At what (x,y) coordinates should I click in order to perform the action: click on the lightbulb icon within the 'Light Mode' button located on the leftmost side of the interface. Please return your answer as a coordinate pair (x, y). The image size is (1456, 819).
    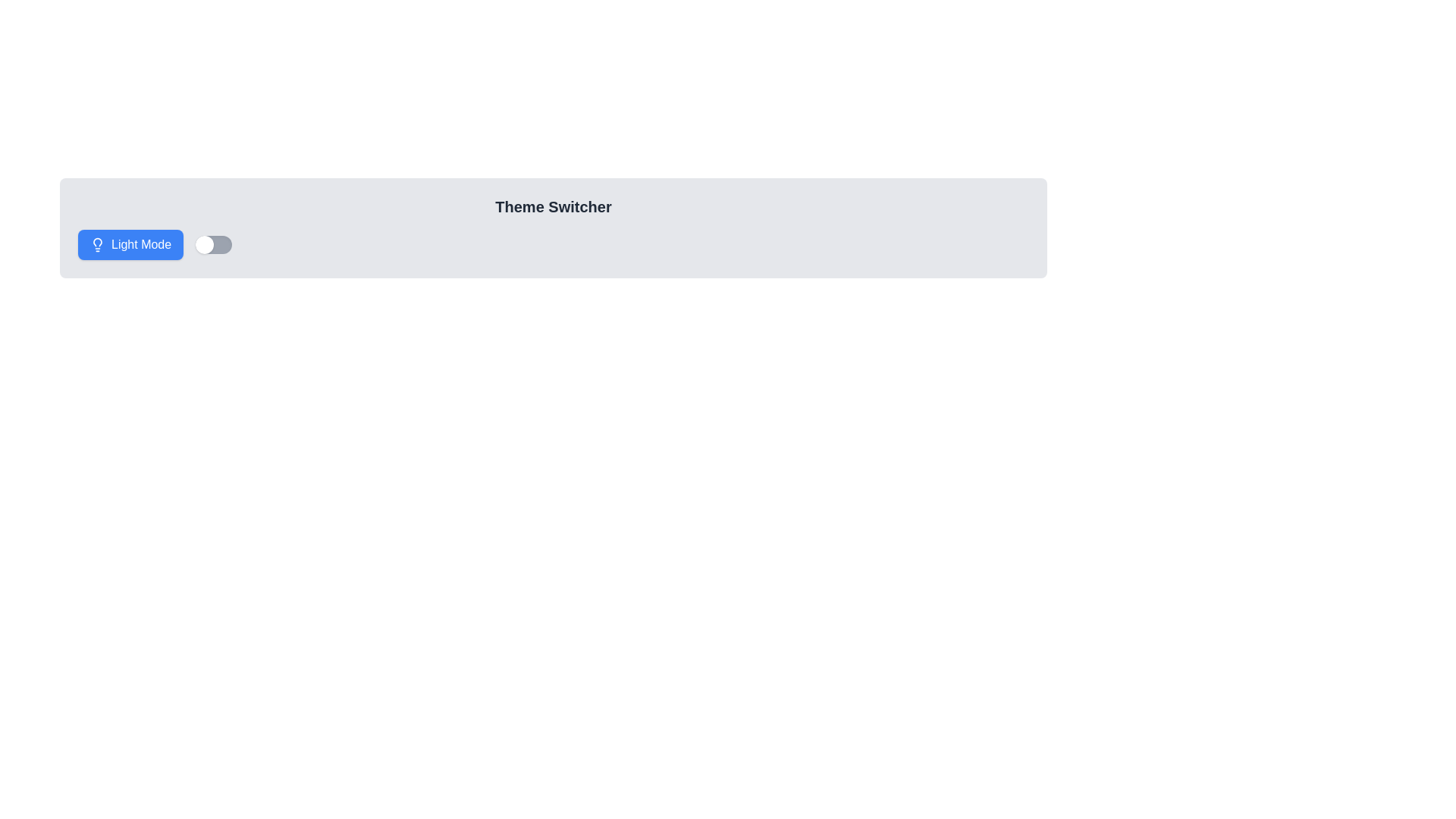
    Looking at the image, I should click on (97, 244).